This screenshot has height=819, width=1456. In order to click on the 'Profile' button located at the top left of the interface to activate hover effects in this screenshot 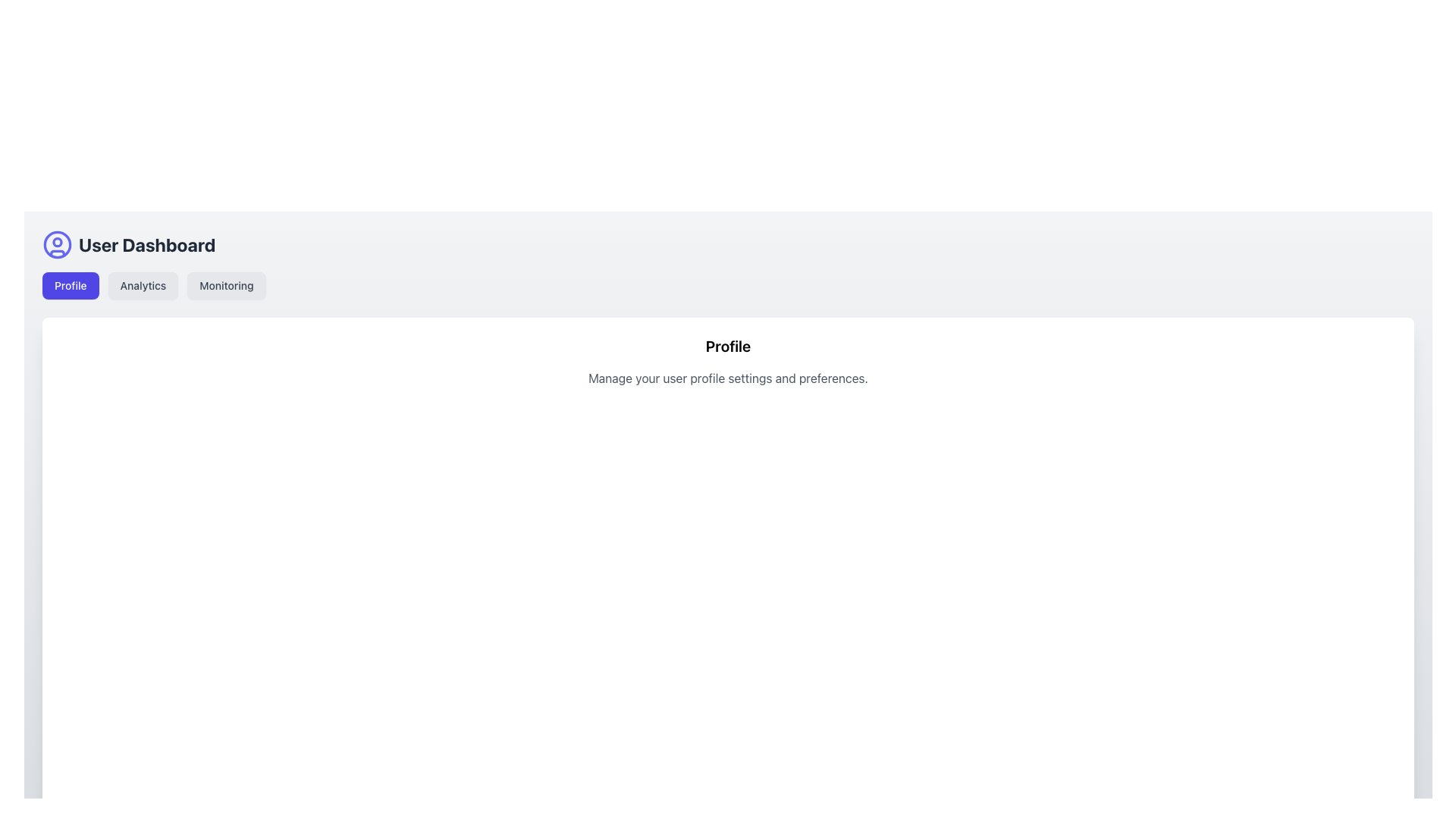, I will do `click(70, 286)`.